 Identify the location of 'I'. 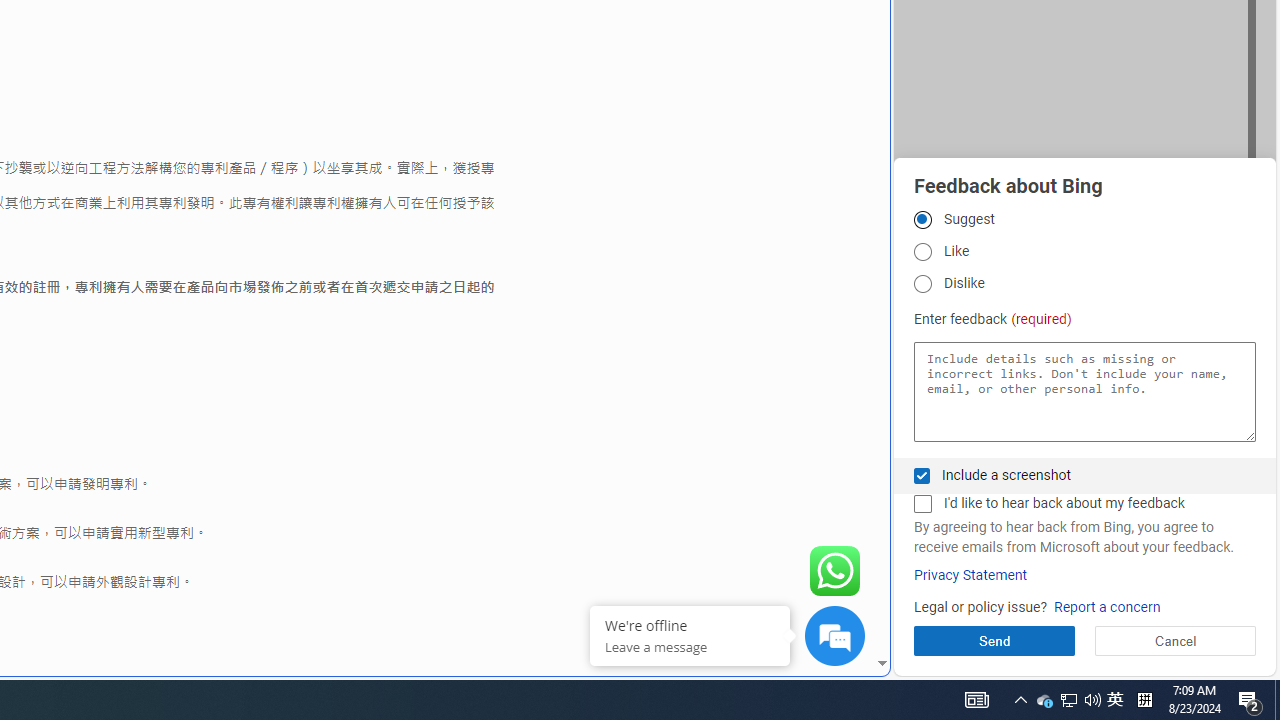
(921, 502).